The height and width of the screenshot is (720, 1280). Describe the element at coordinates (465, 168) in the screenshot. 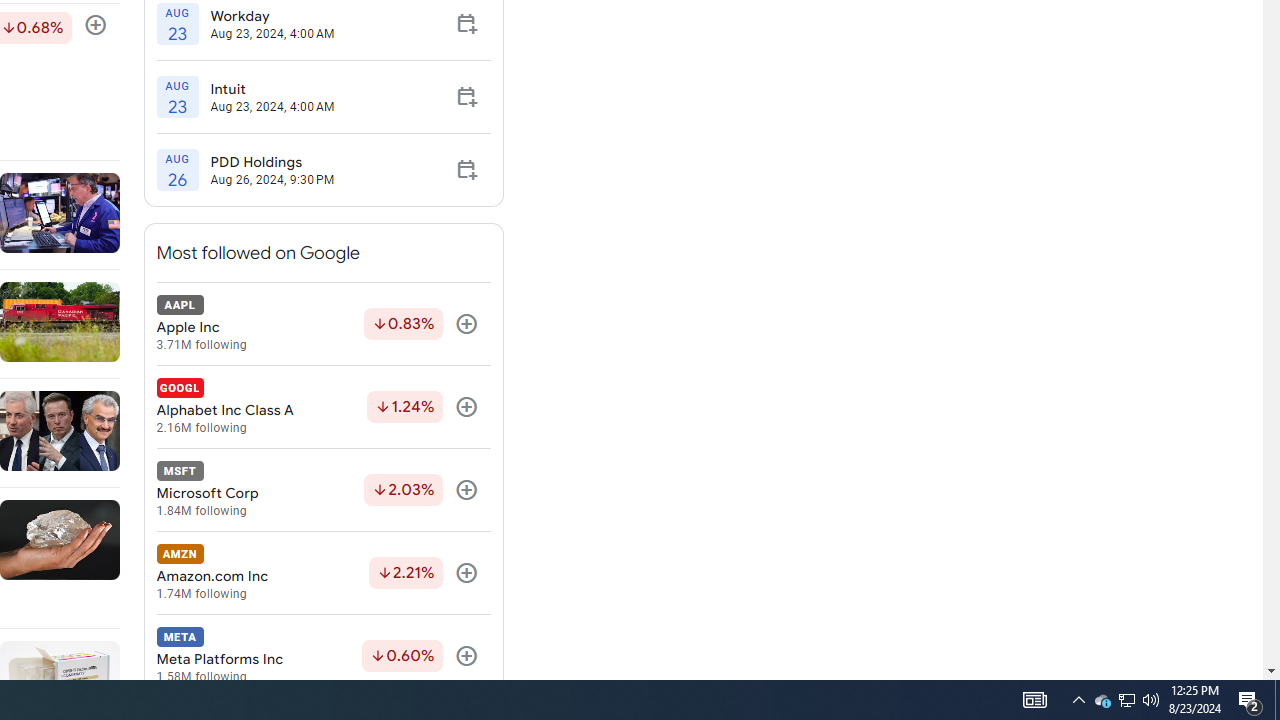

I see `'Add to calendar'` at that location.